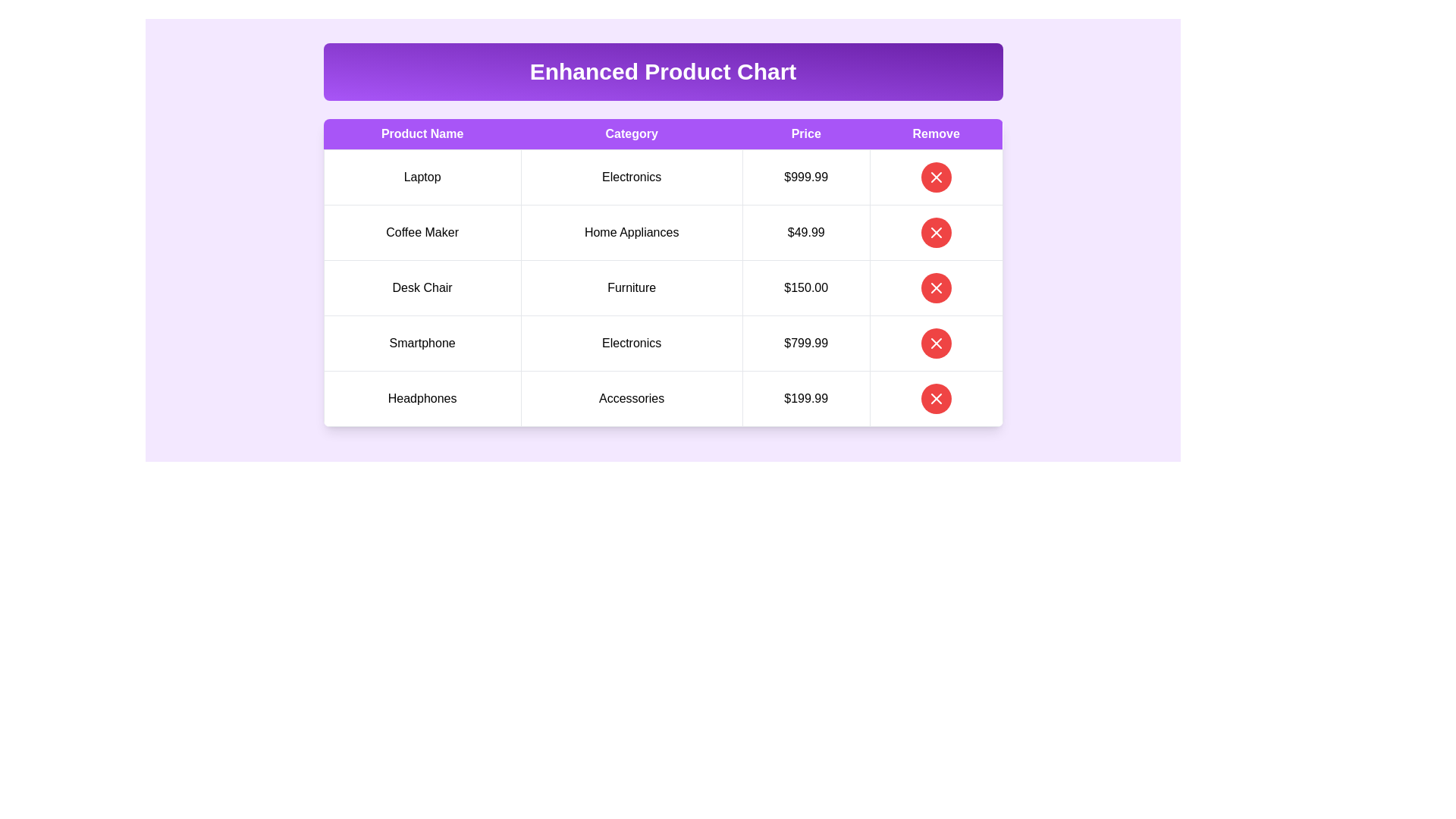  I want to click on the red circular button with an 'X' icon in the 'Remove' column of the 'Coffee Maker' row to change its color, so click(935, 233).